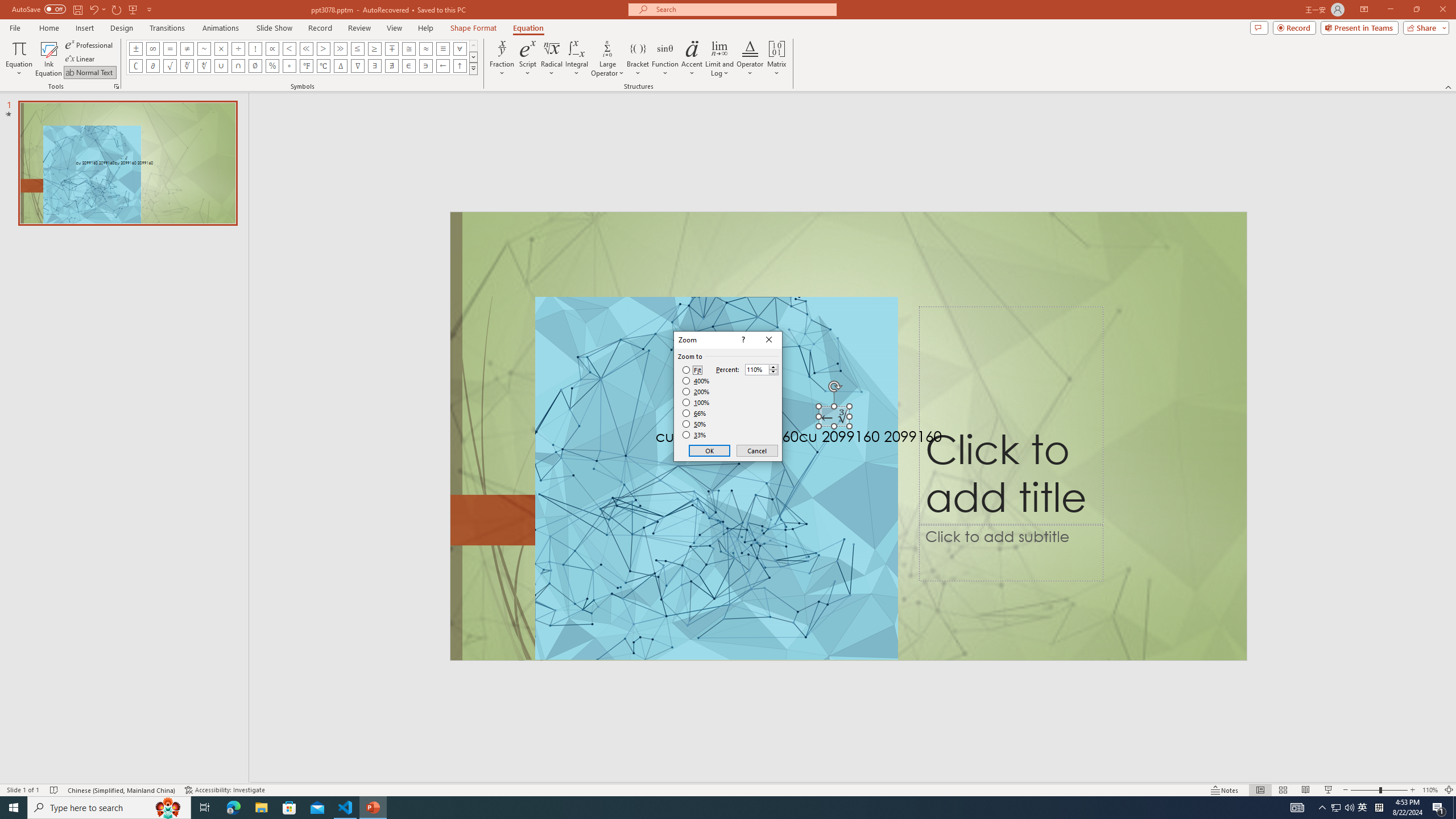  I want to click on 'Equation Symbol Approximately', so click(204, 48).